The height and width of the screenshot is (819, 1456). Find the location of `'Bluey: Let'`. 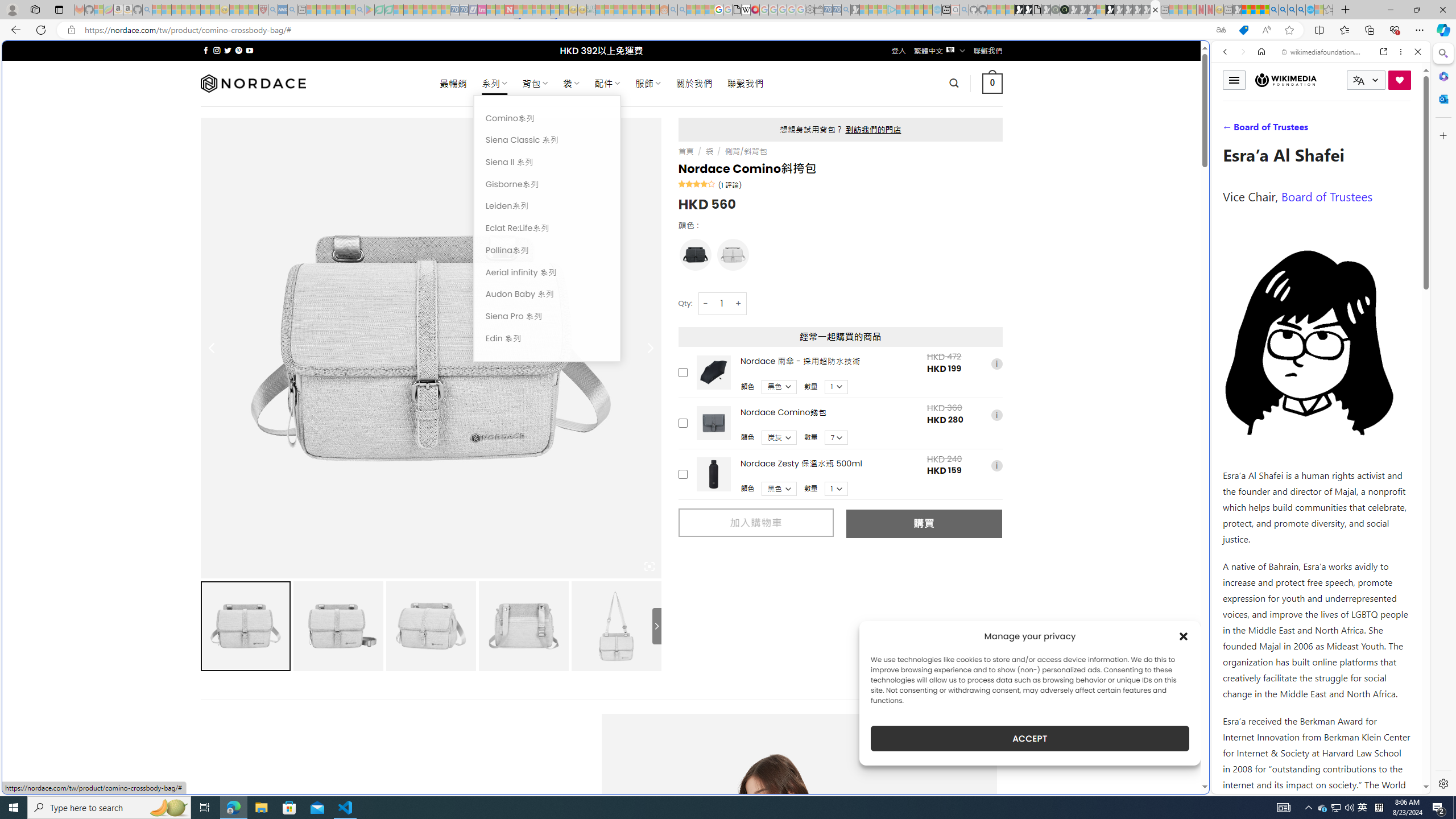

'Bluey: Let' is located at coordinates (369, 9).